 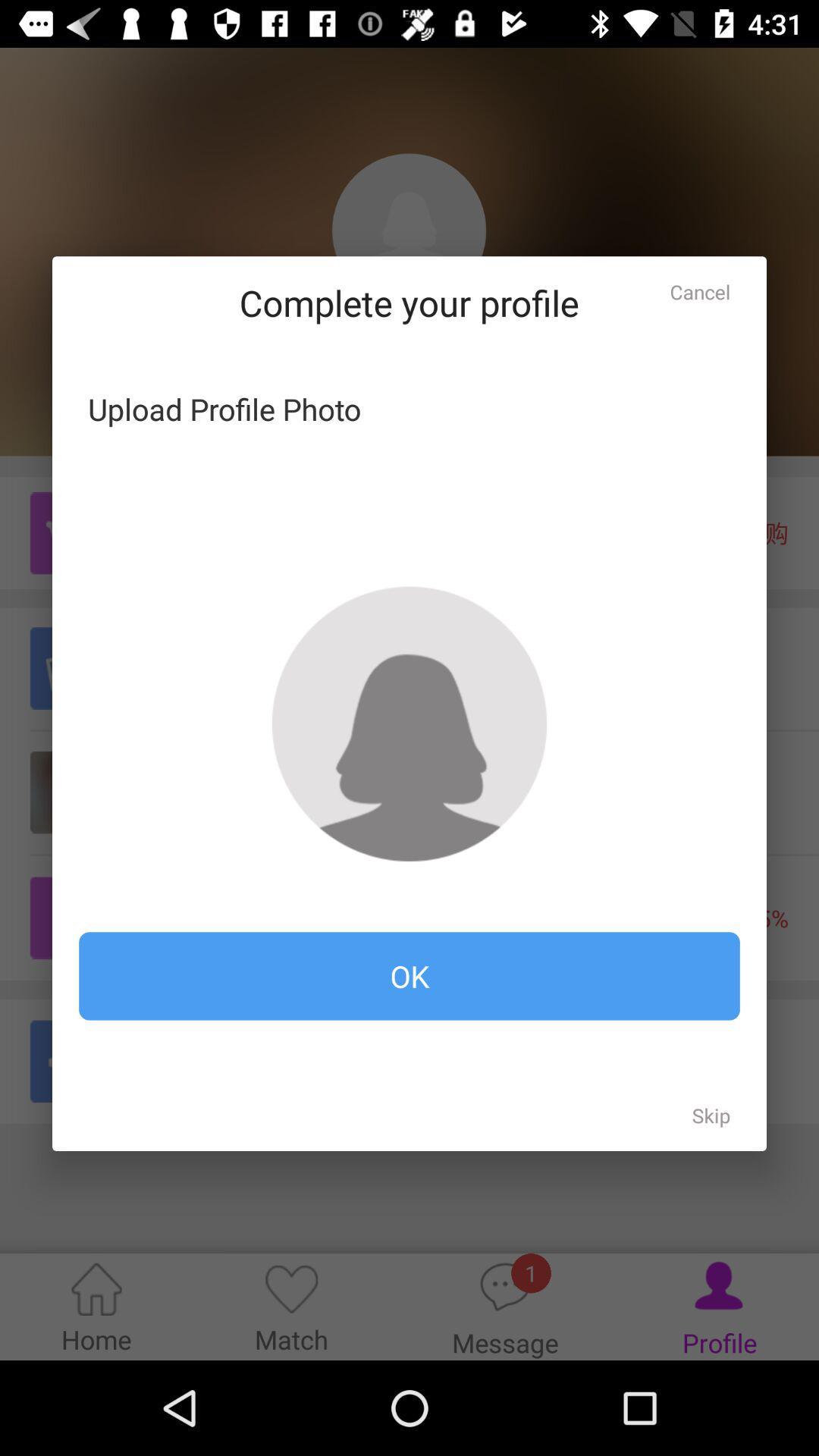 I want to click on the item next to the complete your profile item, so click(x=700, y=292).